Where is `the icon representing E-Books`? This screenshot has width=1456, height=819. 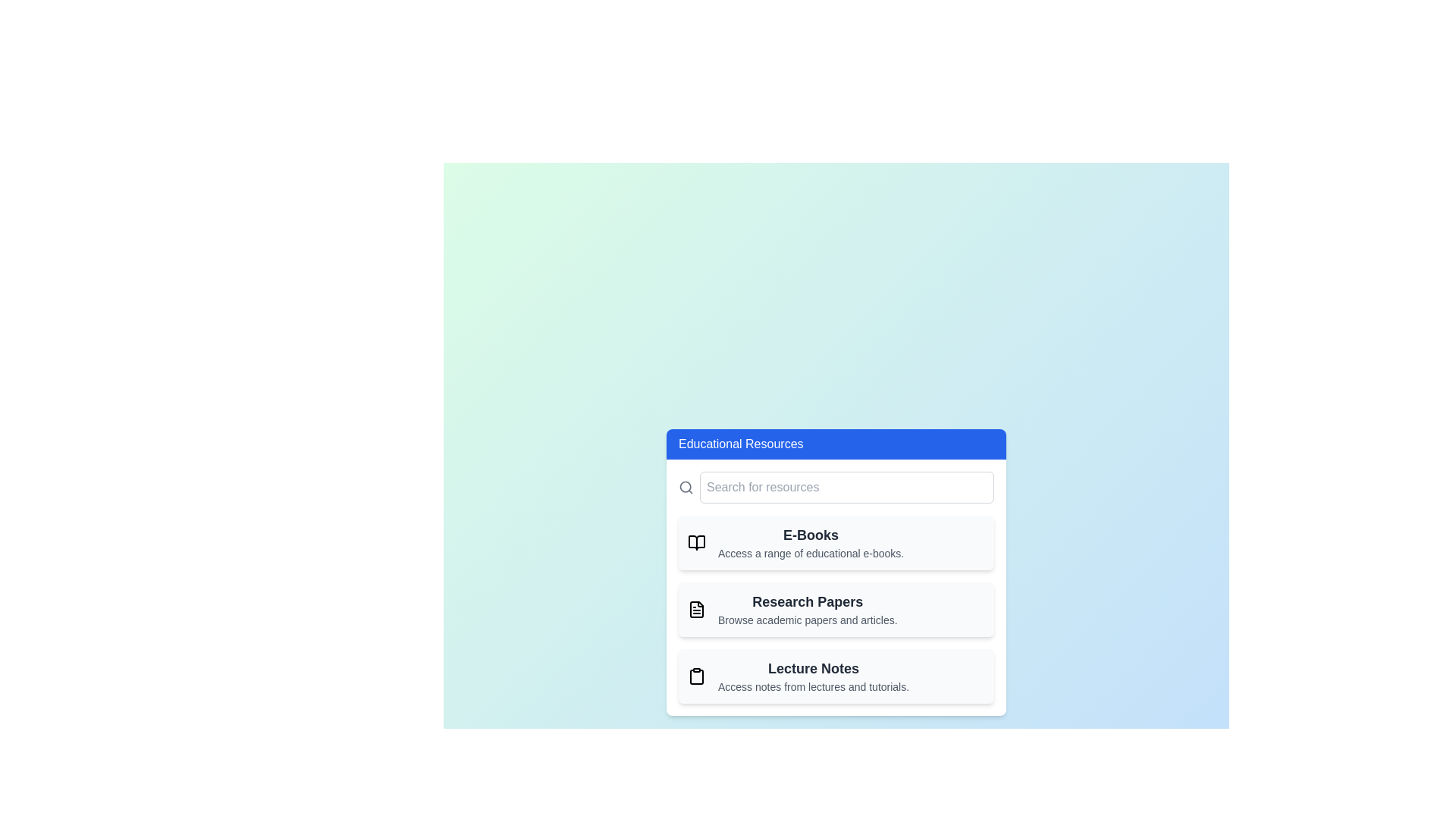
the icon representing E-Books is located at coordinates (695, 542).